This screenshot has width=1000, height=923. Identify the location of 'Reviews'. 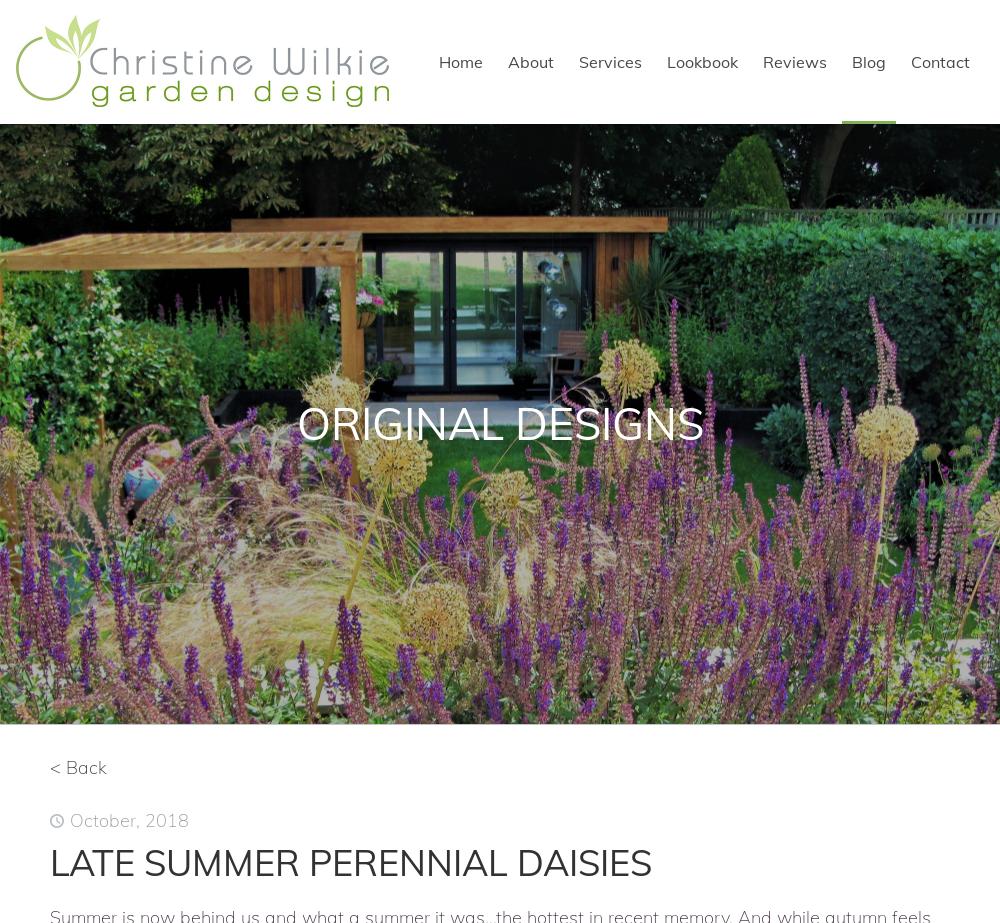
(795, 62).